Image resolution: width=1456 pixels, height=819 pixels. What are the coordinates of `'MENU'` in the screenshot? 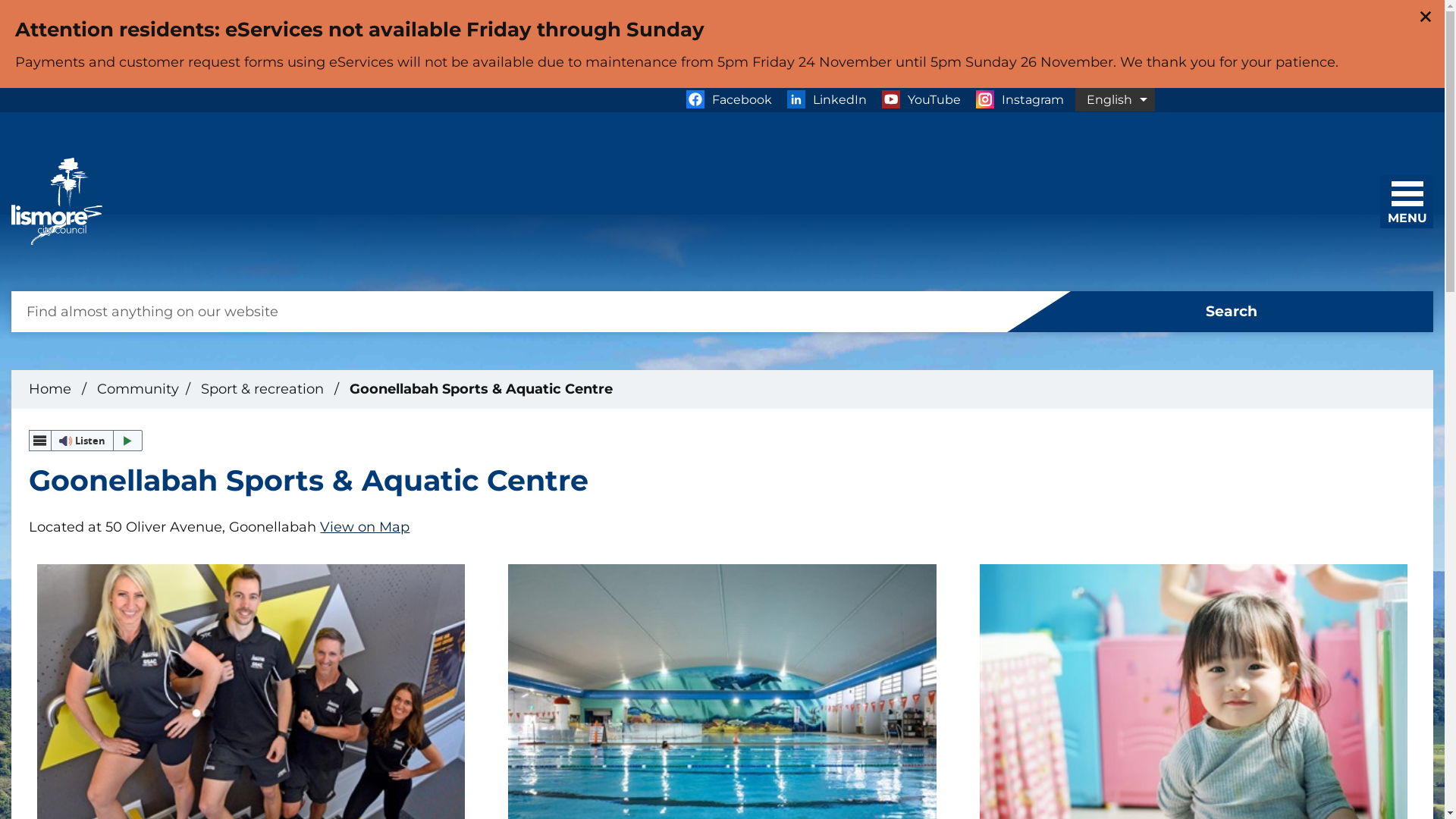 It's located at (1391, 196).